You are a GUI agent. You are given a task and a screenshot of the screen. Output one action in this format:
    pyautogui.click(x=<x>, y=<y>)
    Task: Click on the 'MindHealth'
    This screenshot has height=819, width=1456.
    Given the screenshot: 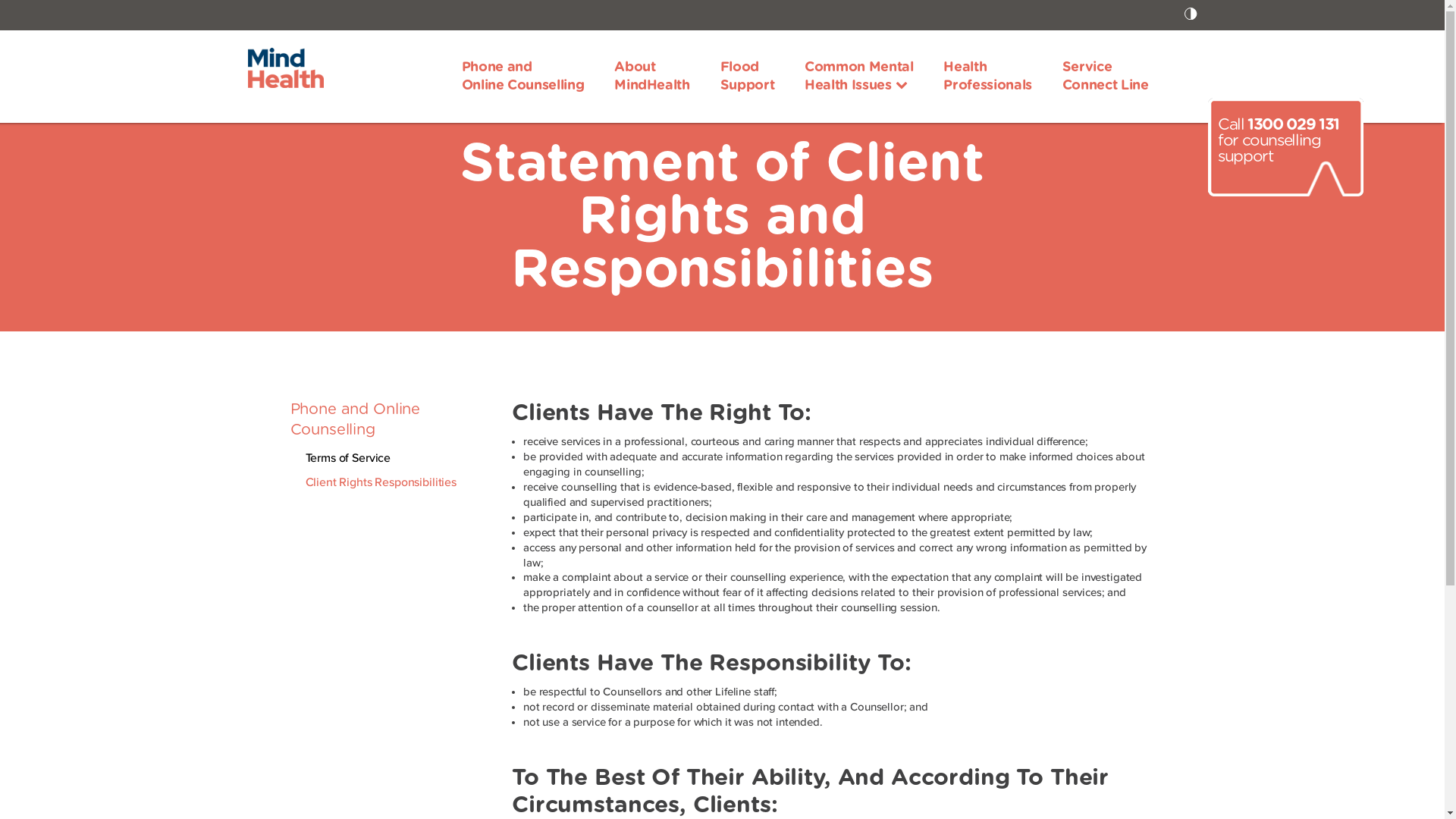 What is the action you would take?
    pyautogui.click(x=284, y=66)
    